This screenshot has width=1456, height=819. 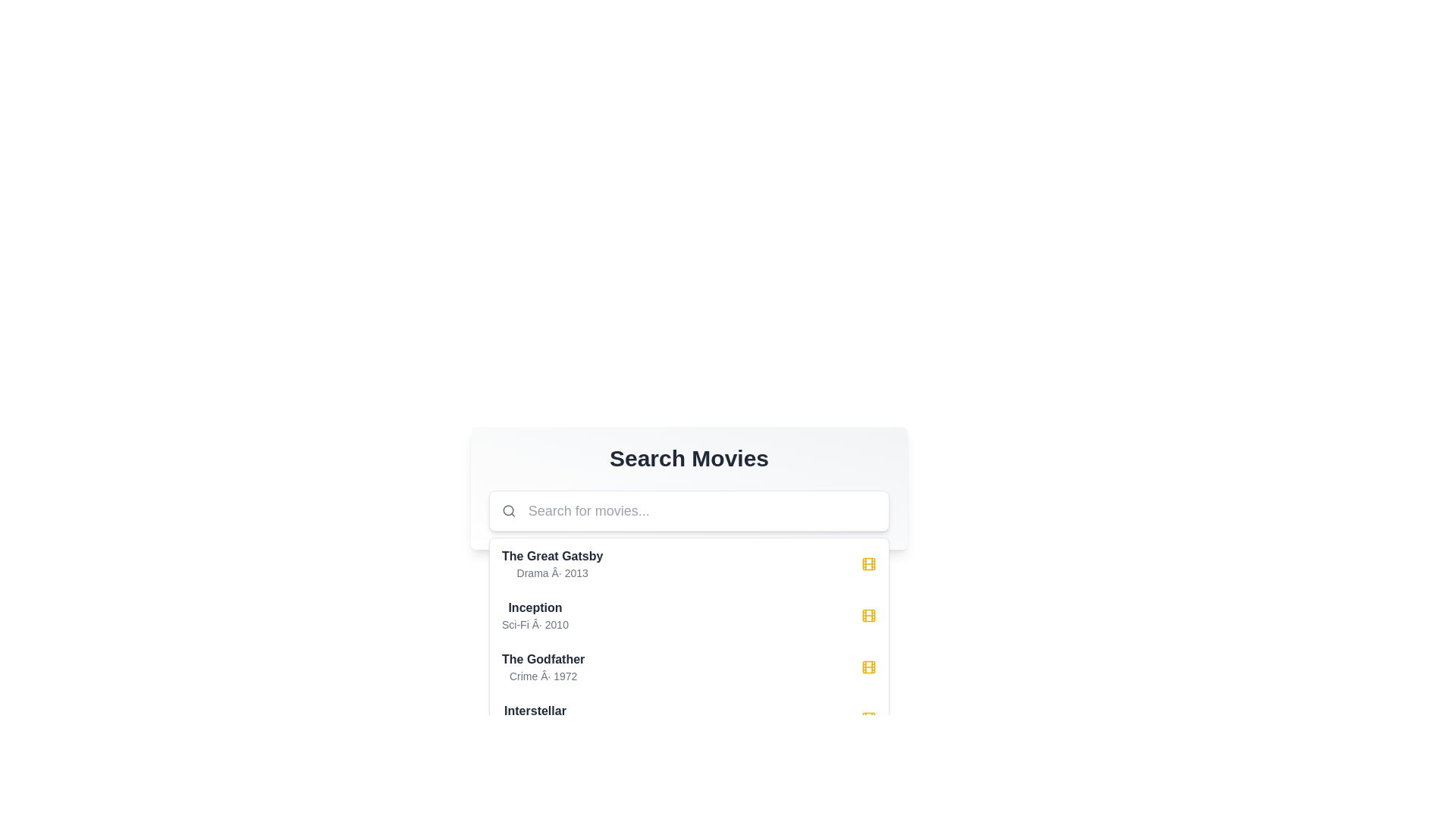 I want to click on the clickable list item representing the movie 'The Godfather,' which is the third row in a vertical list of movie items, so click(x=688, y=666).